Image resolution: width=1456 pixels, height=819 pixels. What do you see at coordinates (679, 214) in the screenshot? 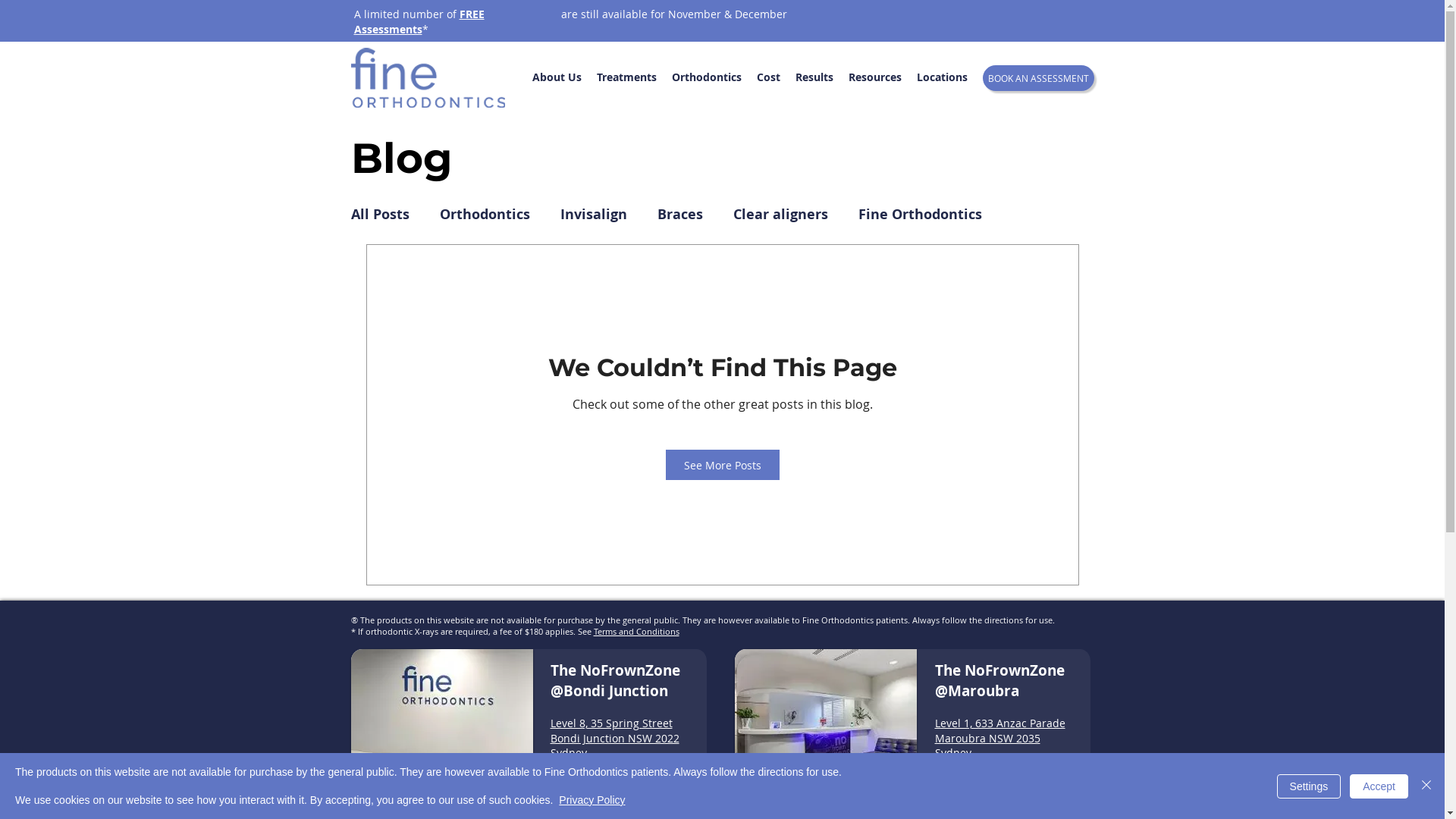
I see `'Braces'` at bounding box center [679, 214].